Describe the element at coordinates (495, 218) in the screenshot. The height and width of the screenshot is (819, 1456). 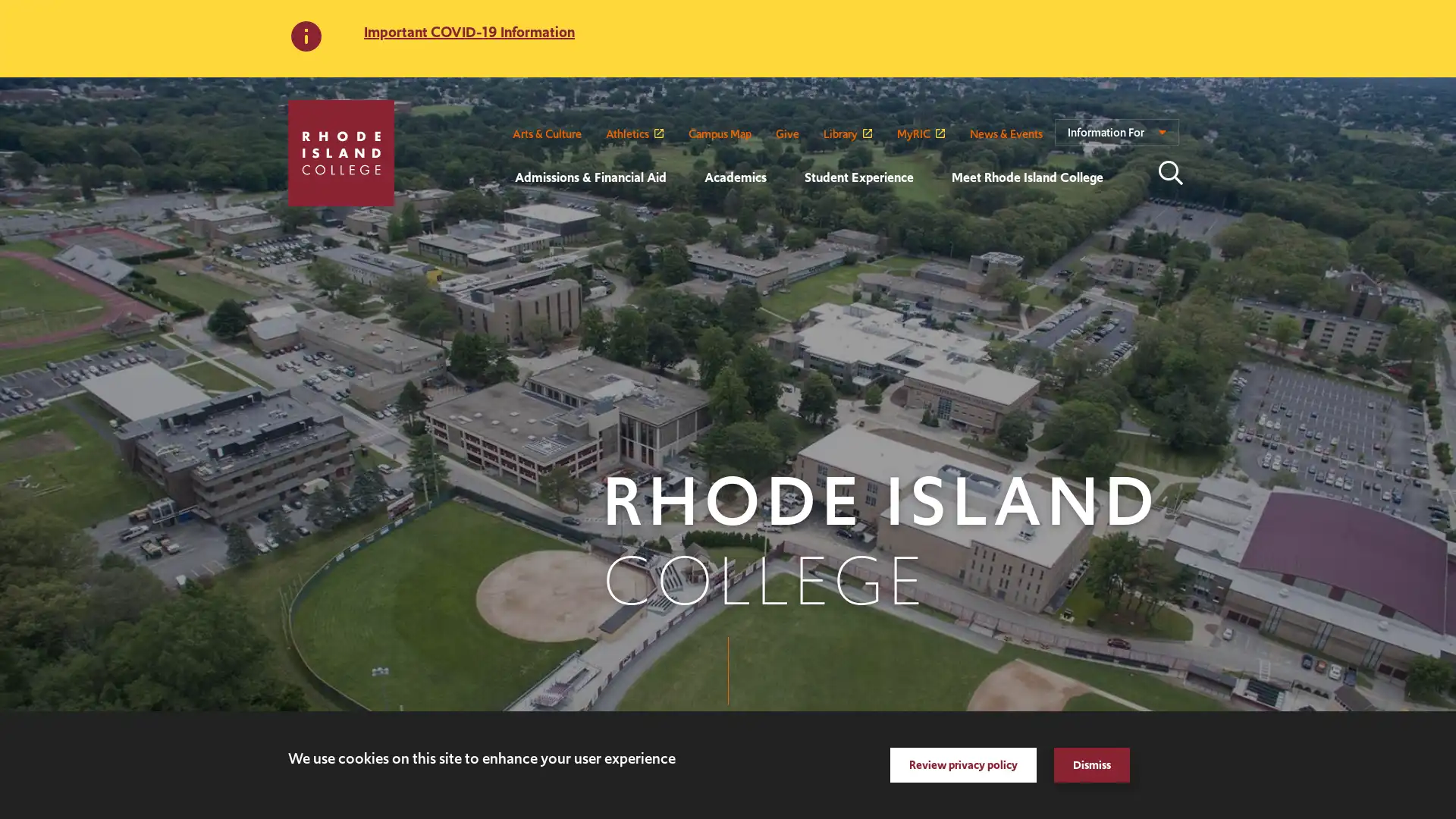
I see `Admissions & Financial Aid` at that location.